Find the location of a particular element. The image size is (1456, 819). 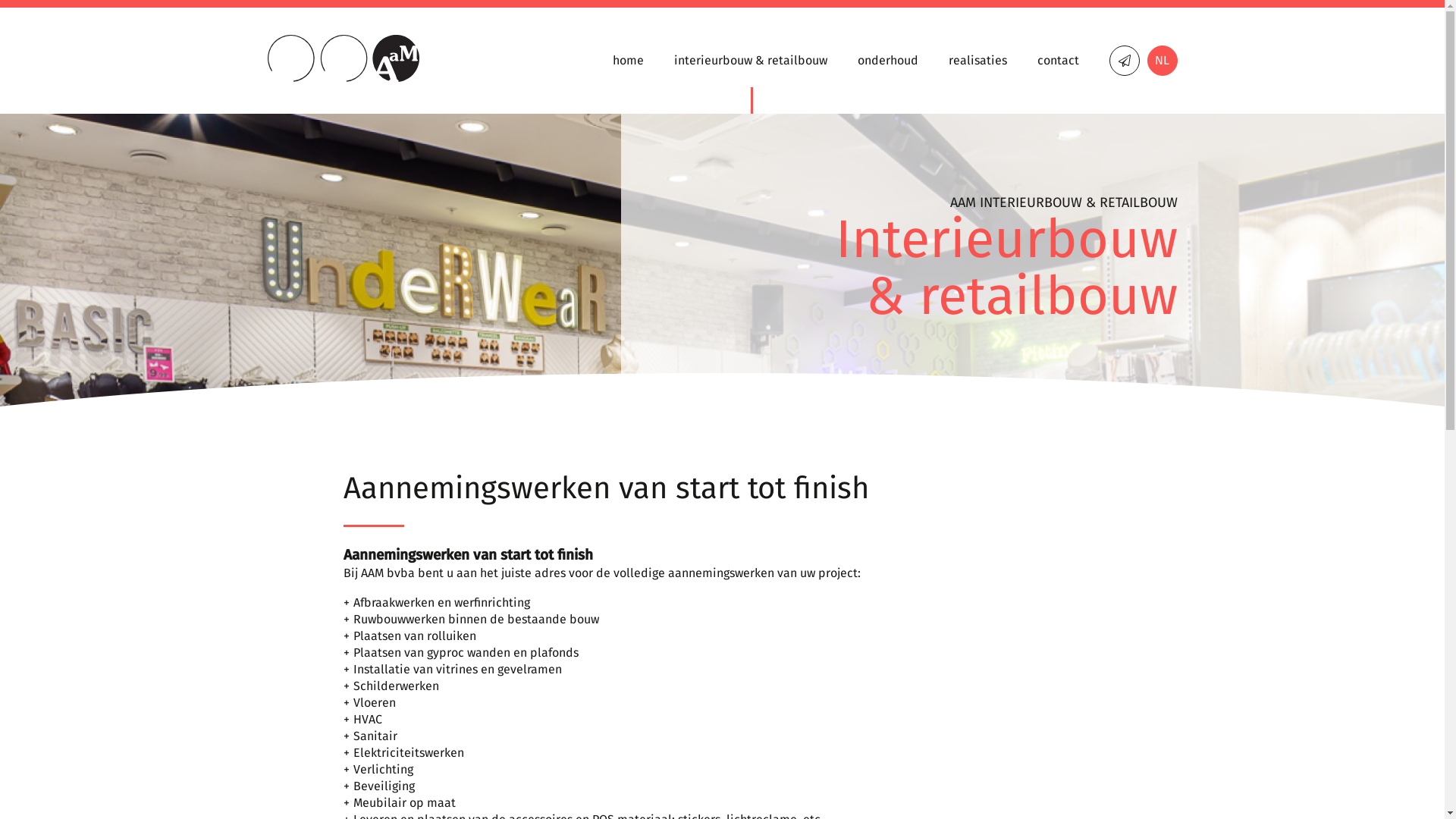

'NL' is located at coordinates (1160, 60).